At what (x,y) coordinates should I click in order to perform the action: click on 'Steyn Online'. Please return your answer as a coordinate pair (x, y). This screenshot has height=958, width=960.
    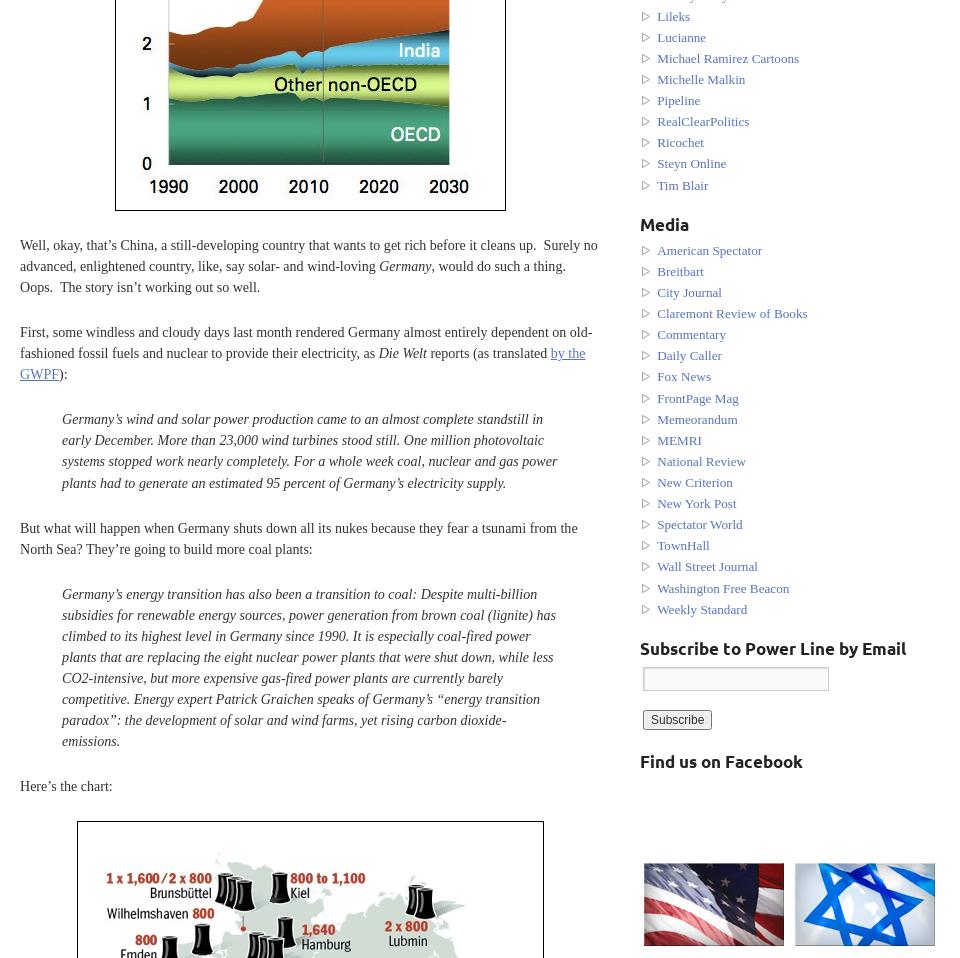
    Looking at the image, I should click on (691, 162).